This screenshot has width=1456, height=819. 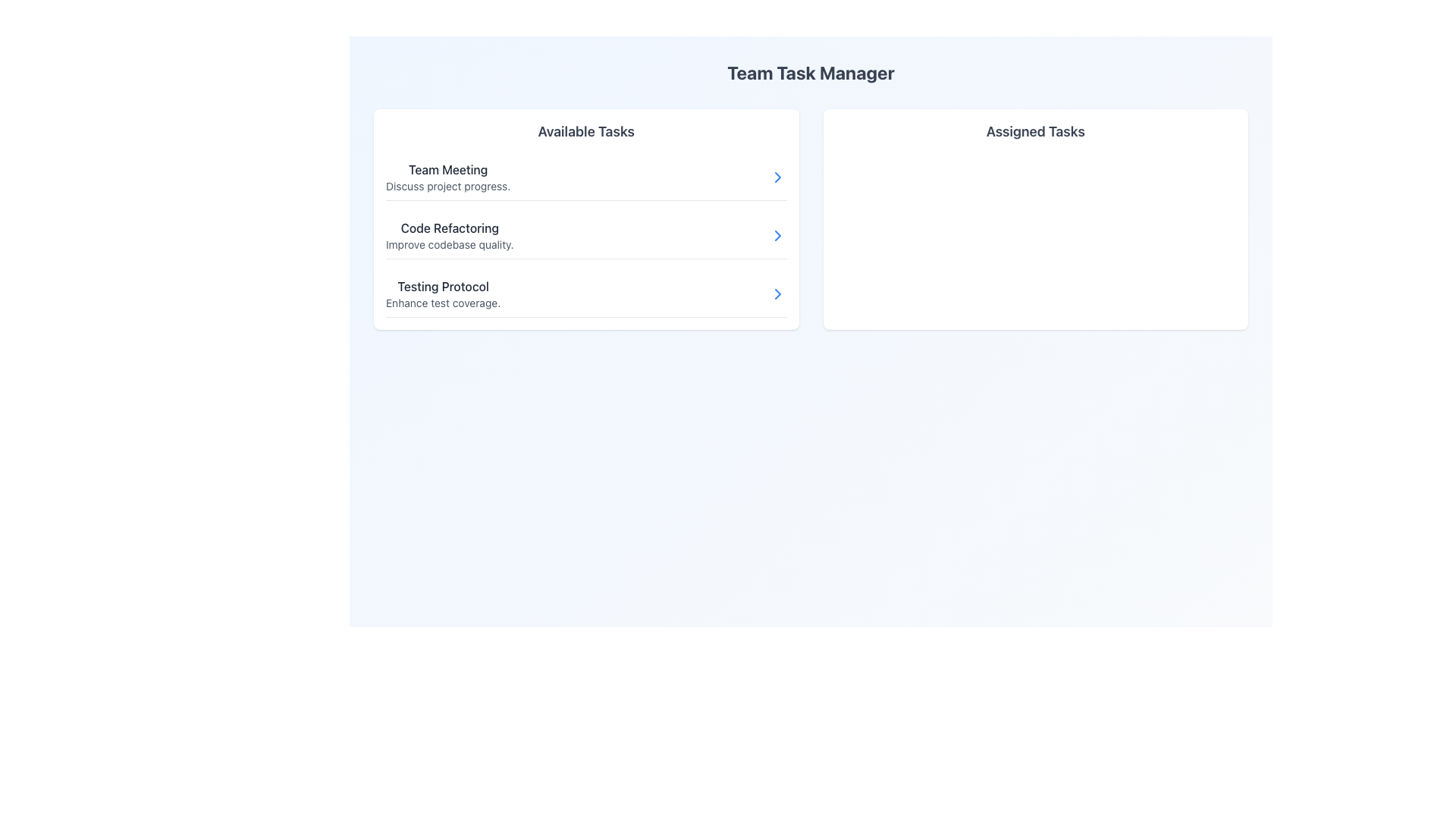 I want to click on the second task item in the 'Available Tasks' section of the 'Team Task Manager' interface, so click(x=449, y=236).